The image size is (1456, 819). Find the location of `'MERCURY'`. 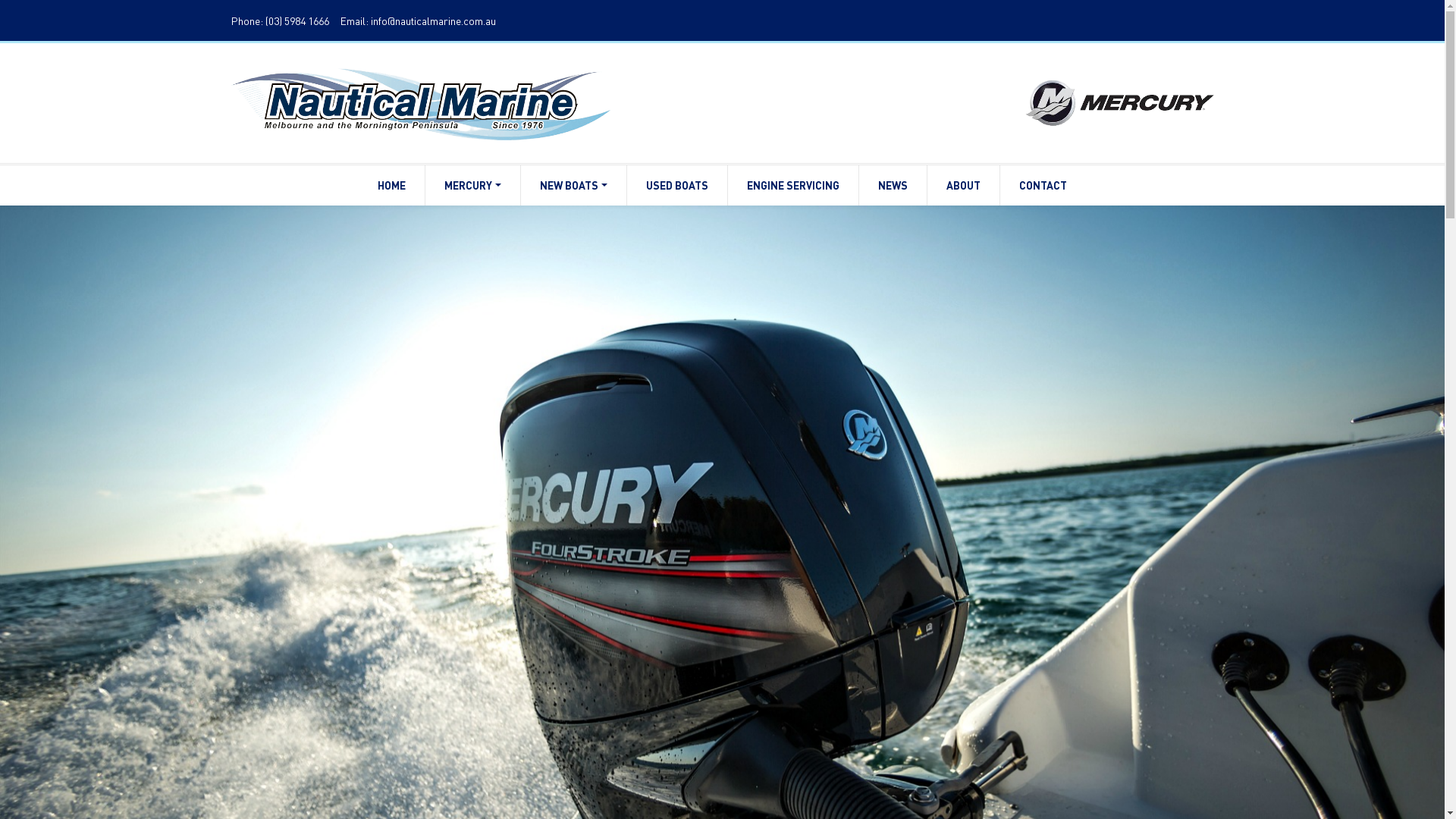

'MERCURY' is located at coordinates (425, 184).